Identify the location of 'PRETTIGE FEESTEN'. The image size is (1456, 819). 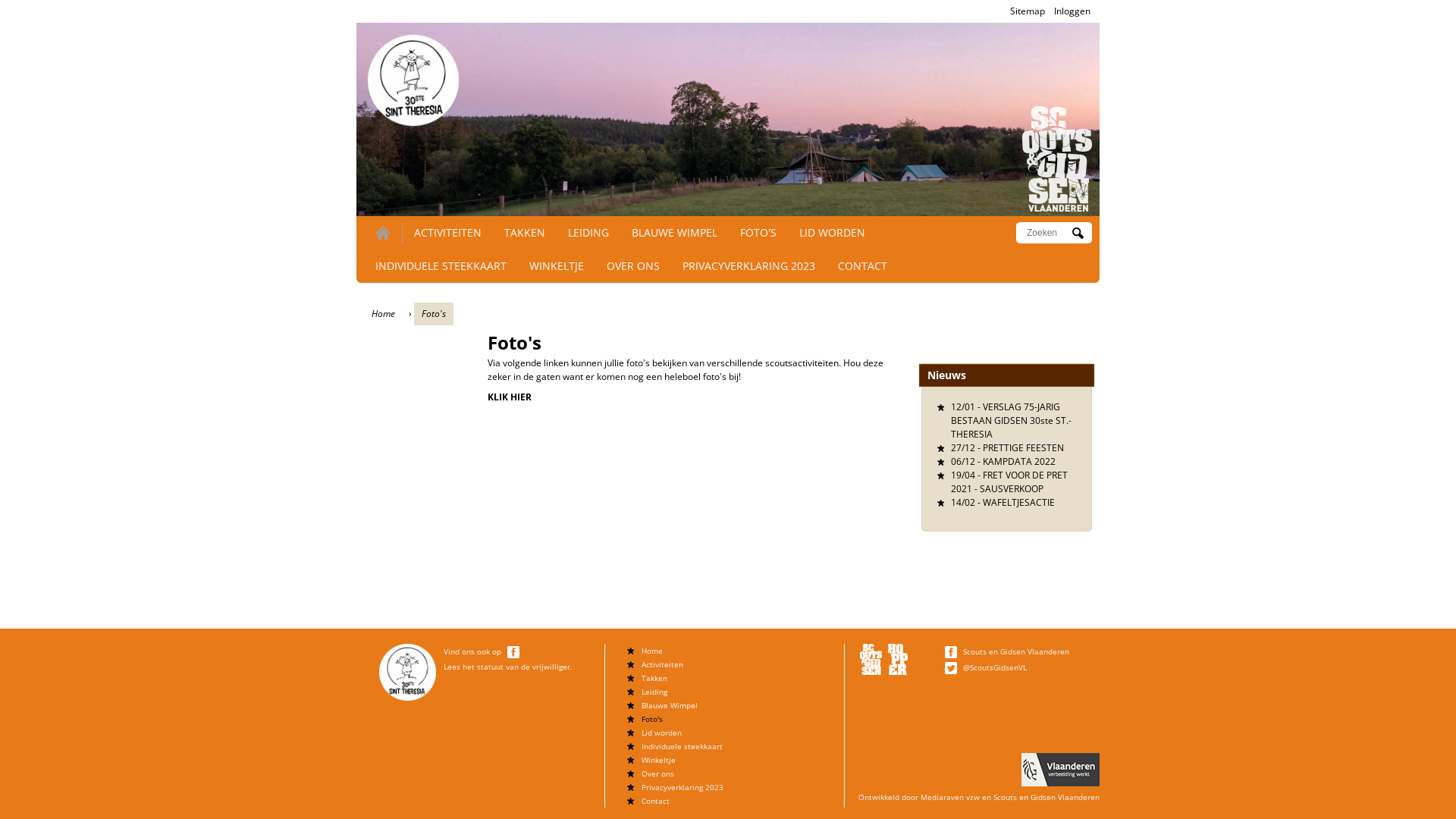
(1023, 447).